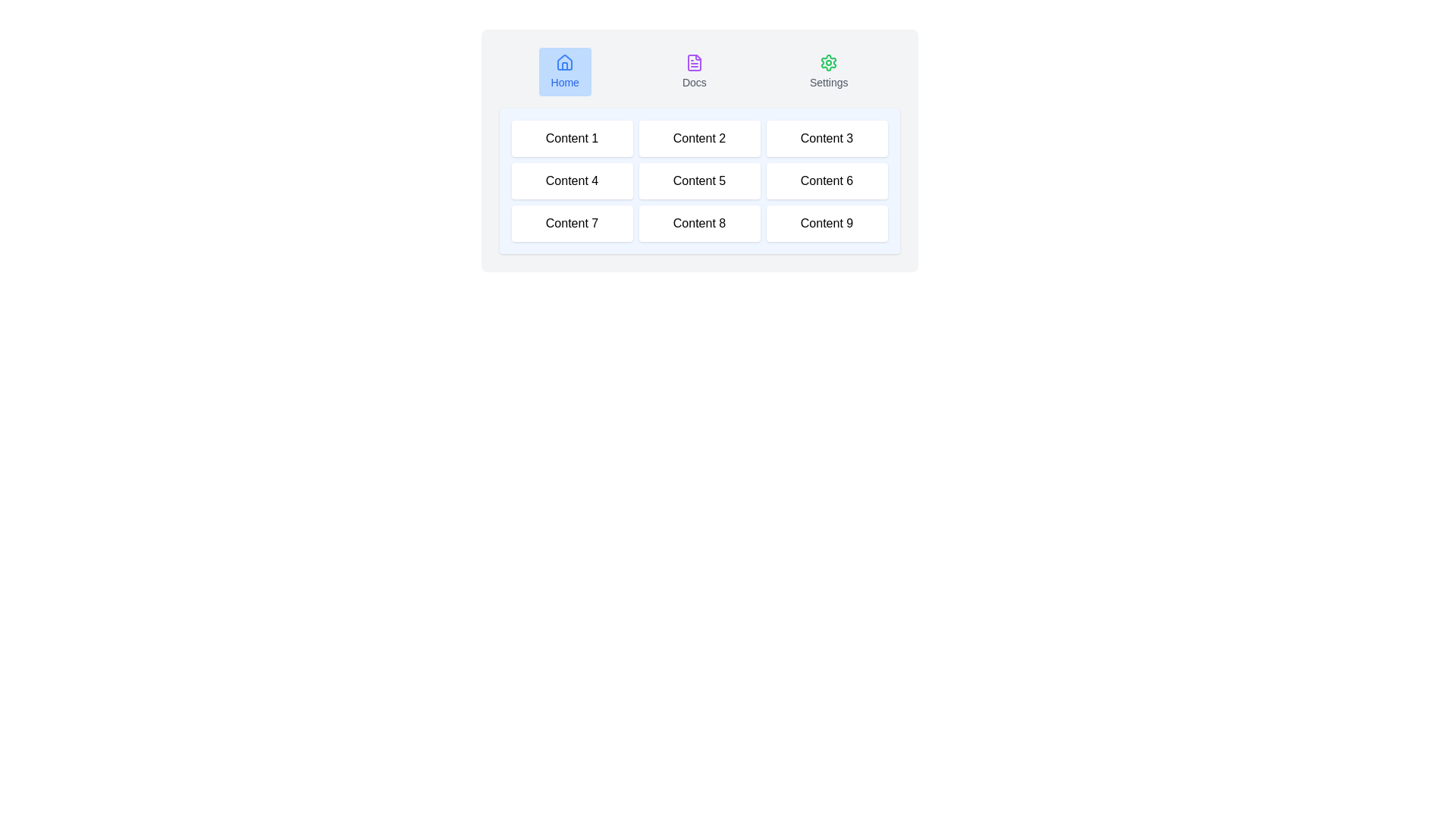 This screenshot has width=1456, height=819. What do you see at coordinates (693, 72) in the screenshot?
I see `the Docs tab by clicking on its respective button` at bounding box center [693, 72].